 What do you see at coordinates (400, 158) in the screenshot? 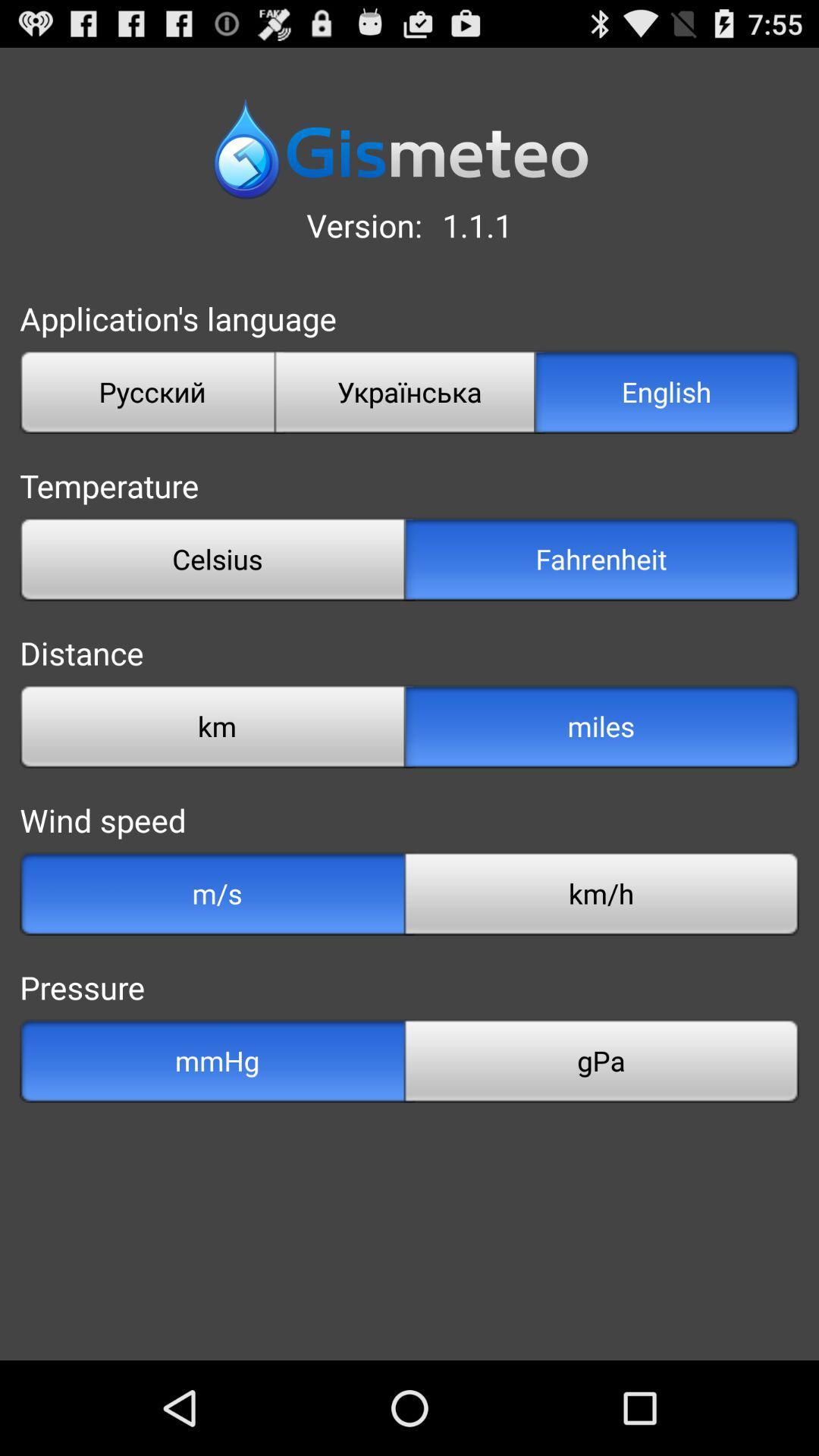
I see `the date_range icon` at bounding box center [400, 158].